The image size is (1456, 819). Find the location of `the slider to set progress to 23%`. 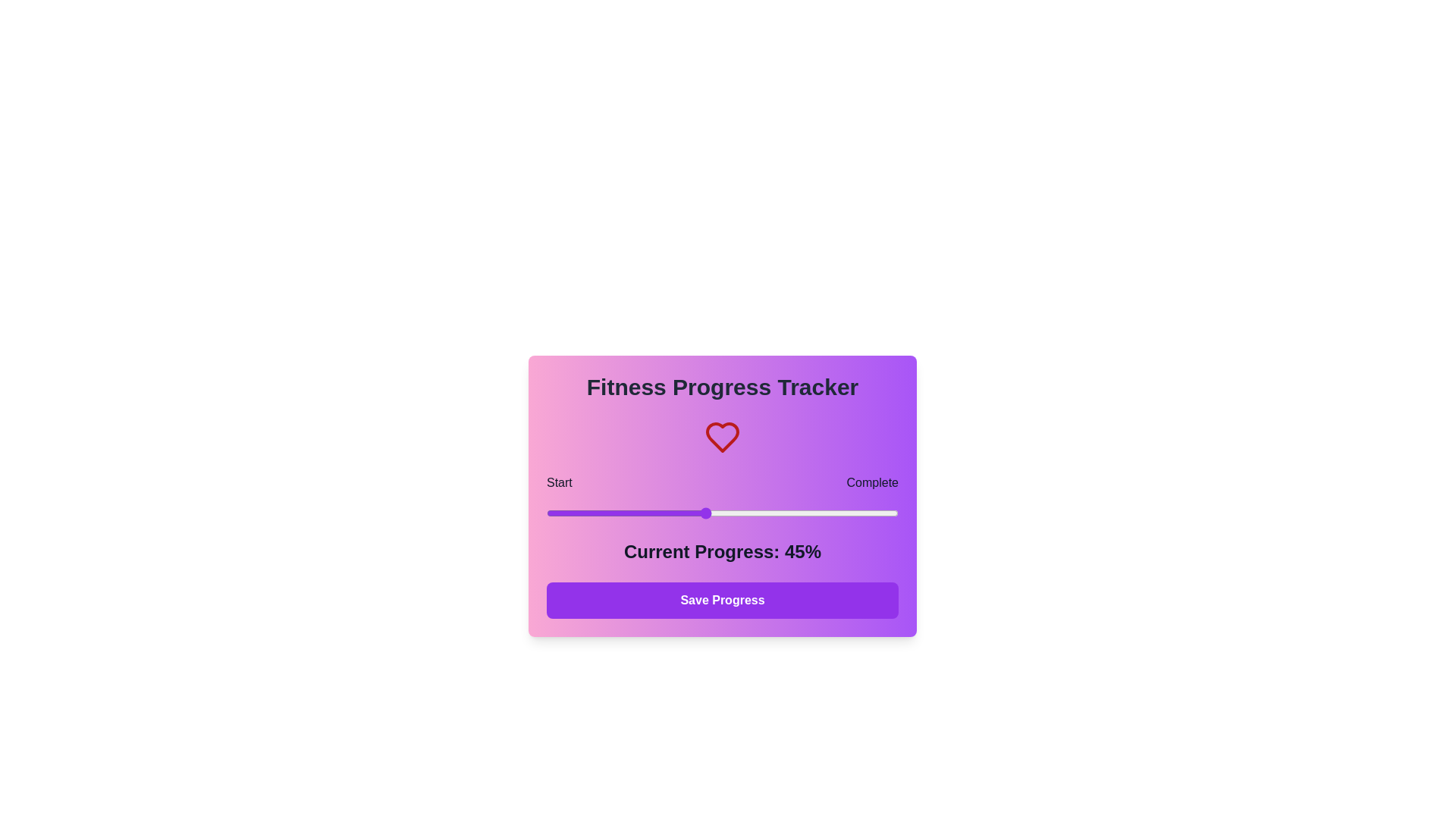

the slider to set progress to 23% is located at coordinates (627, 513).